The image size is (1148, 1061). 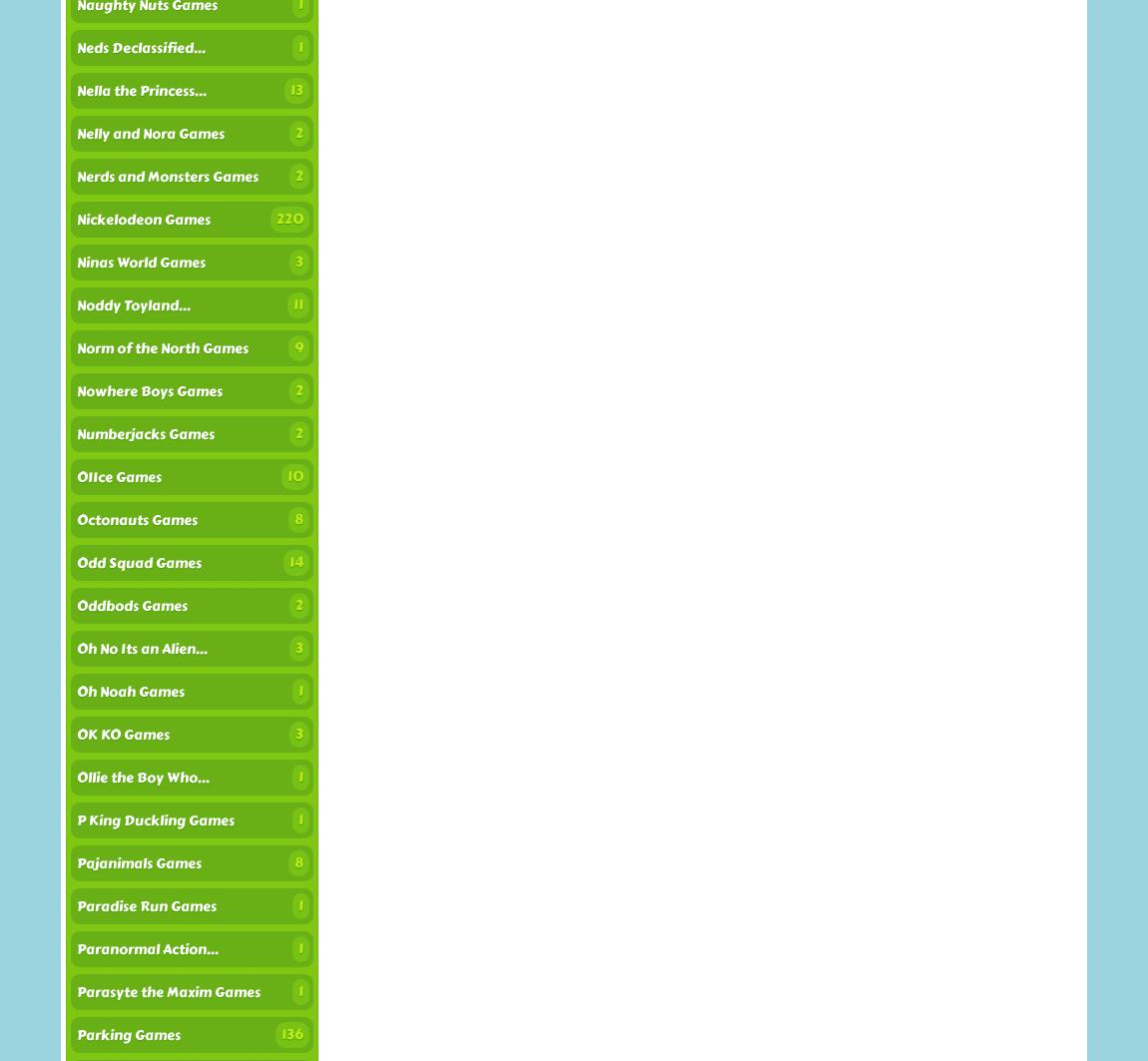 I want to click on 'Nowhere Boys Games', so click(x=148, y=391).